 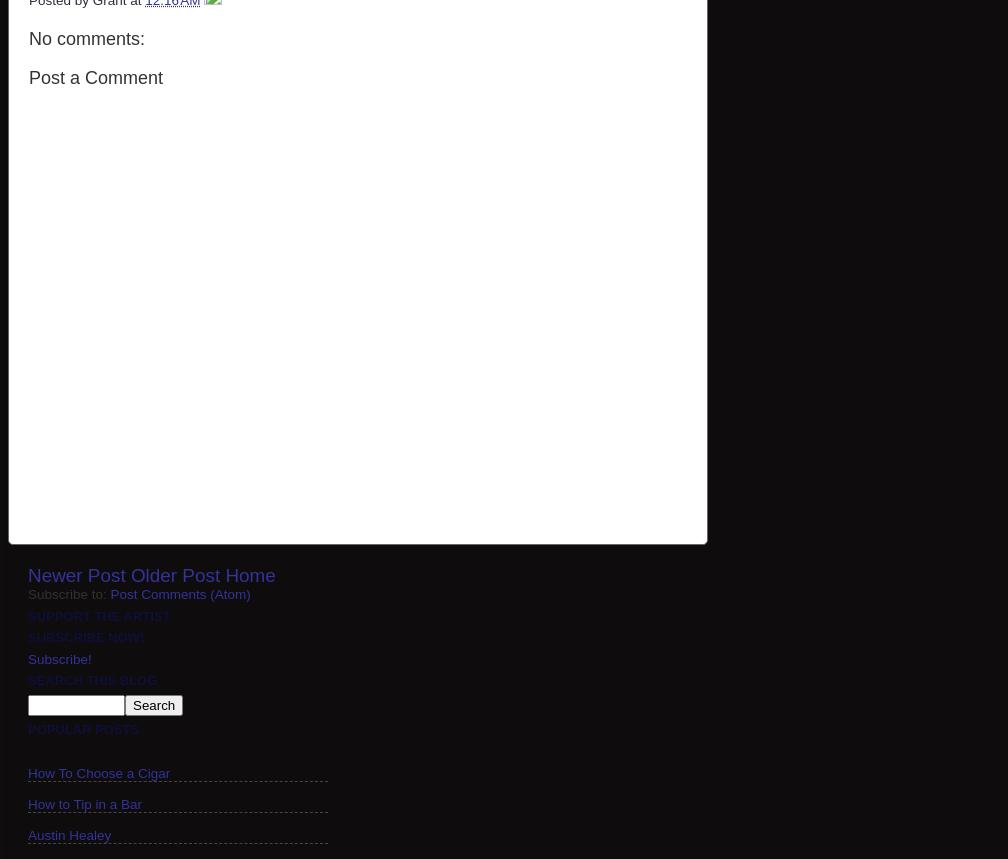 What do you see at coordinates (180, 594) in the screenshot?
I see `'Post Comments (Atom)'` at bounding box center [180, 594].